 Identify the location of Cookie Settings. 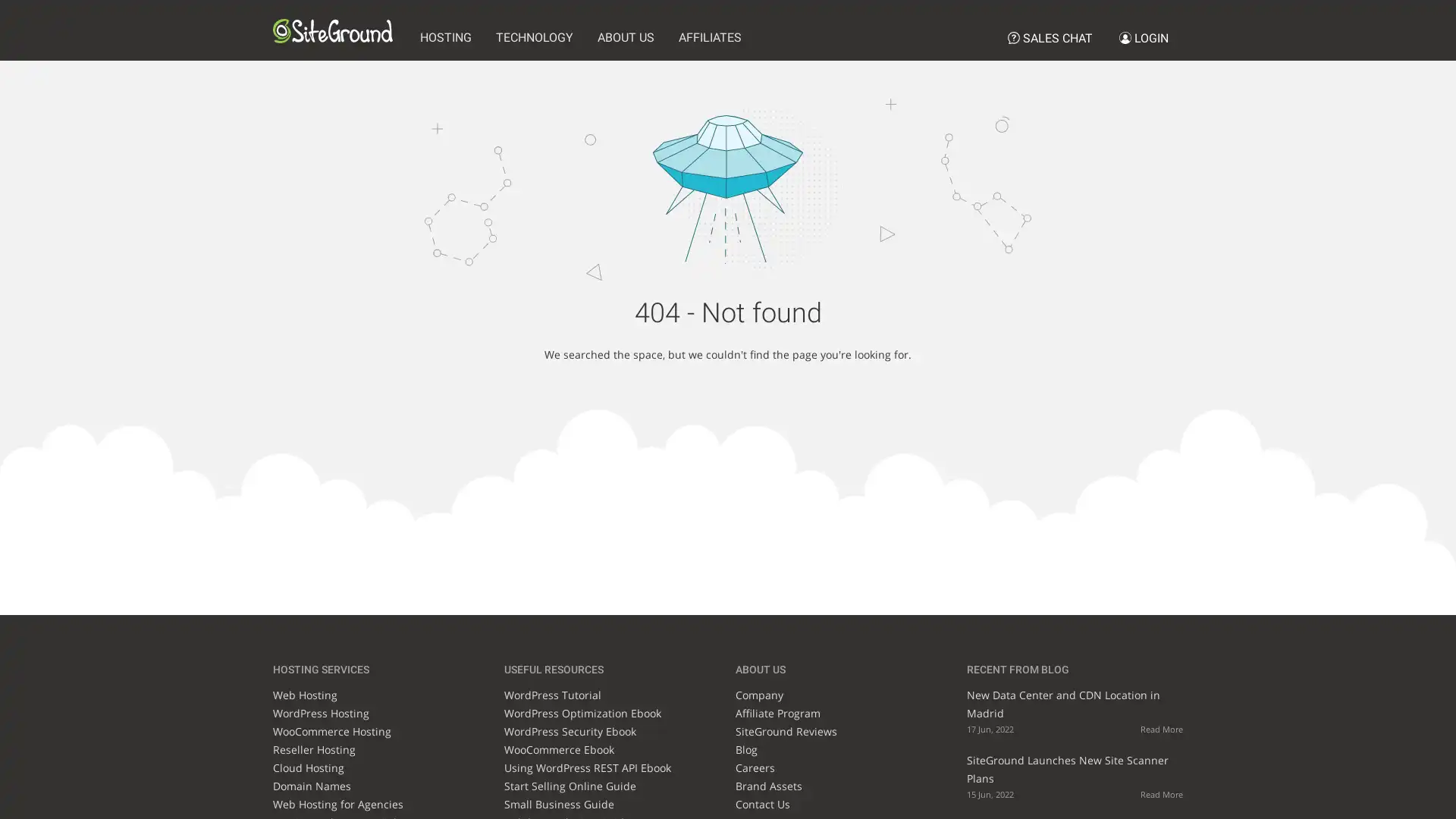
(1267, 773).